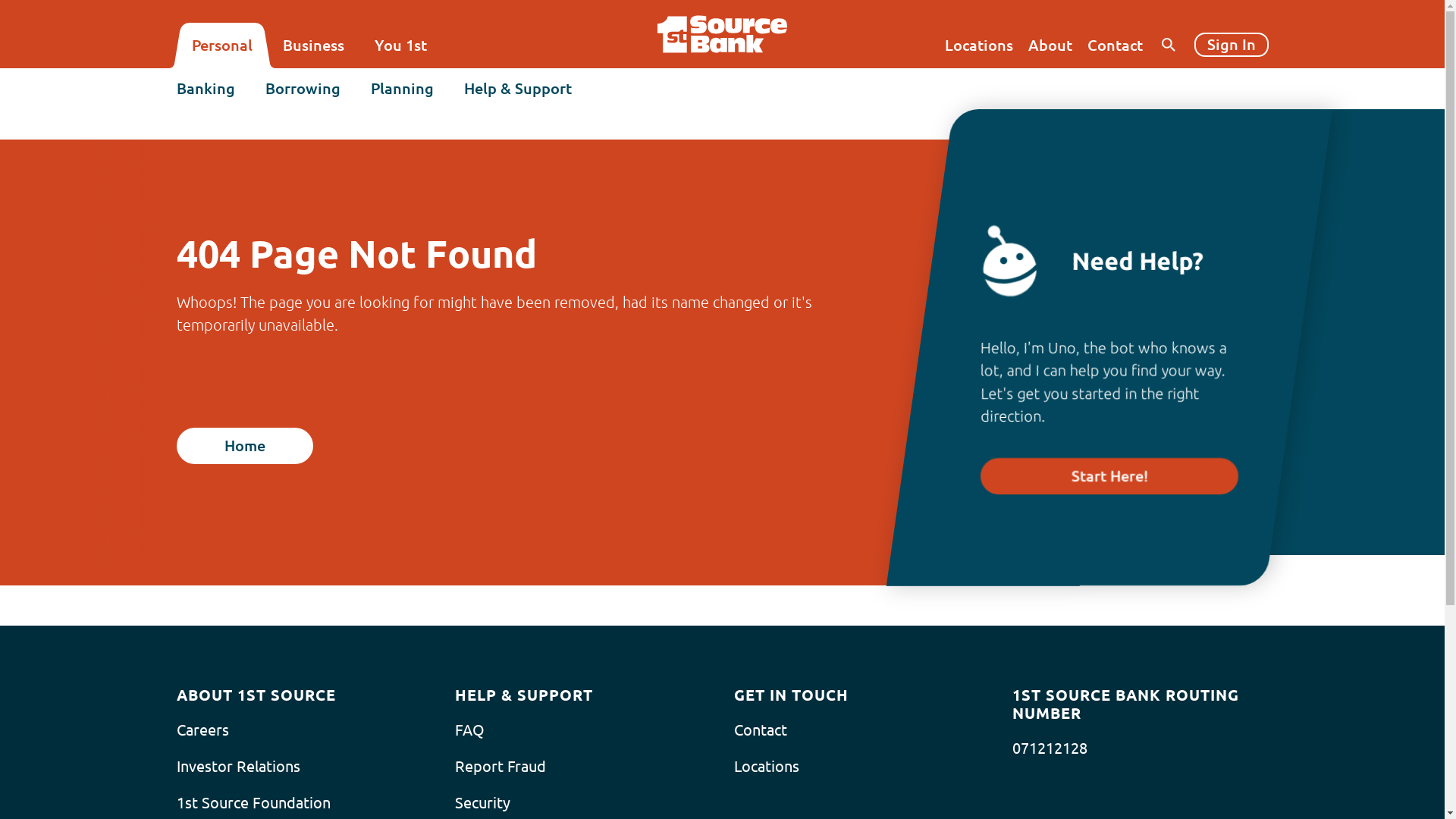  What do you see at coordinates (979, 45) in the screenshot?
I see `'Locations'` at bounding box center [979, 45].